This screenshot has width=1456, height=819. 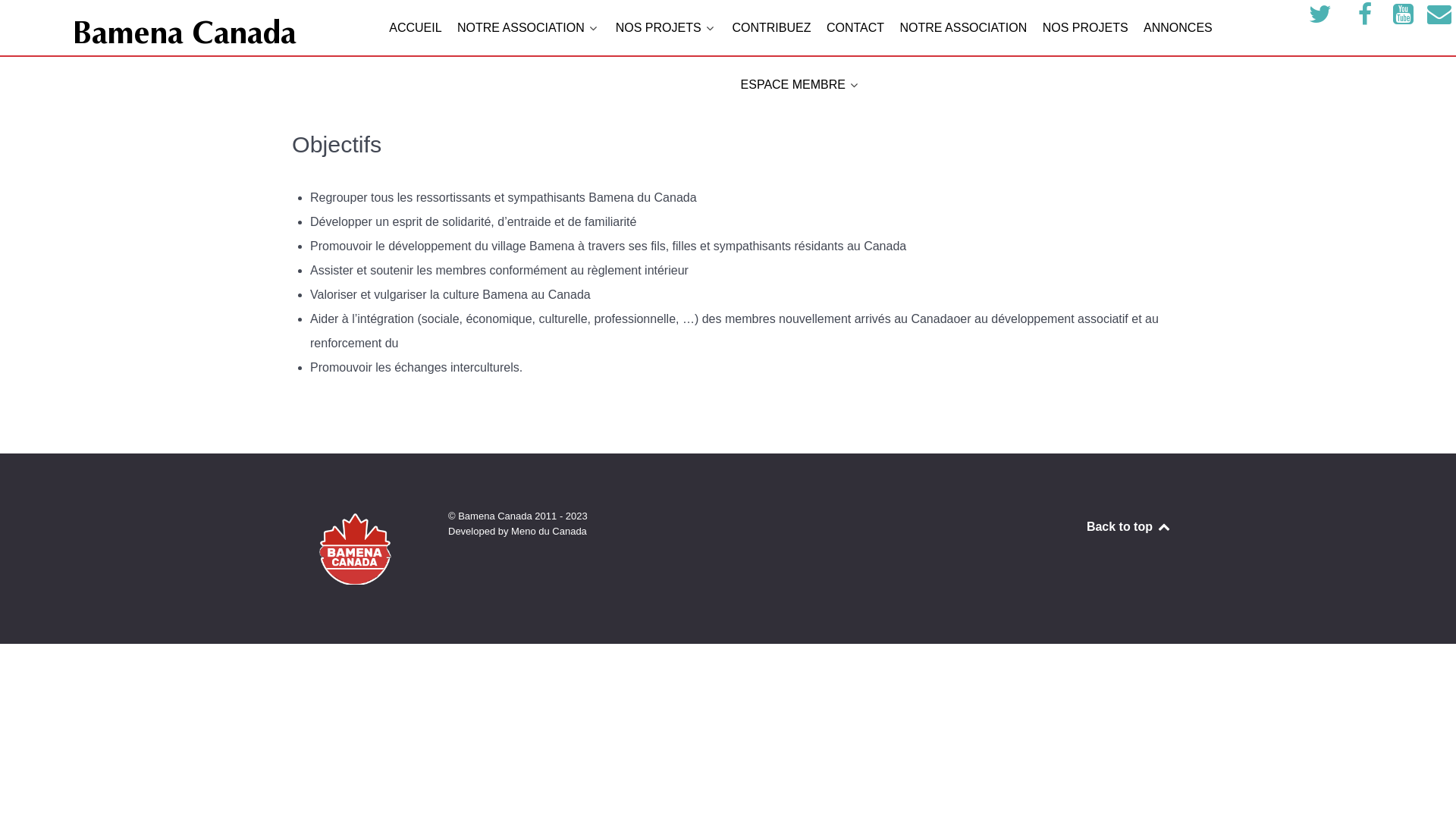 What do you see at coordinates (182, 34) in the screenshot?
I see `'Bamena Canada'` at bounding box center [182, 34].